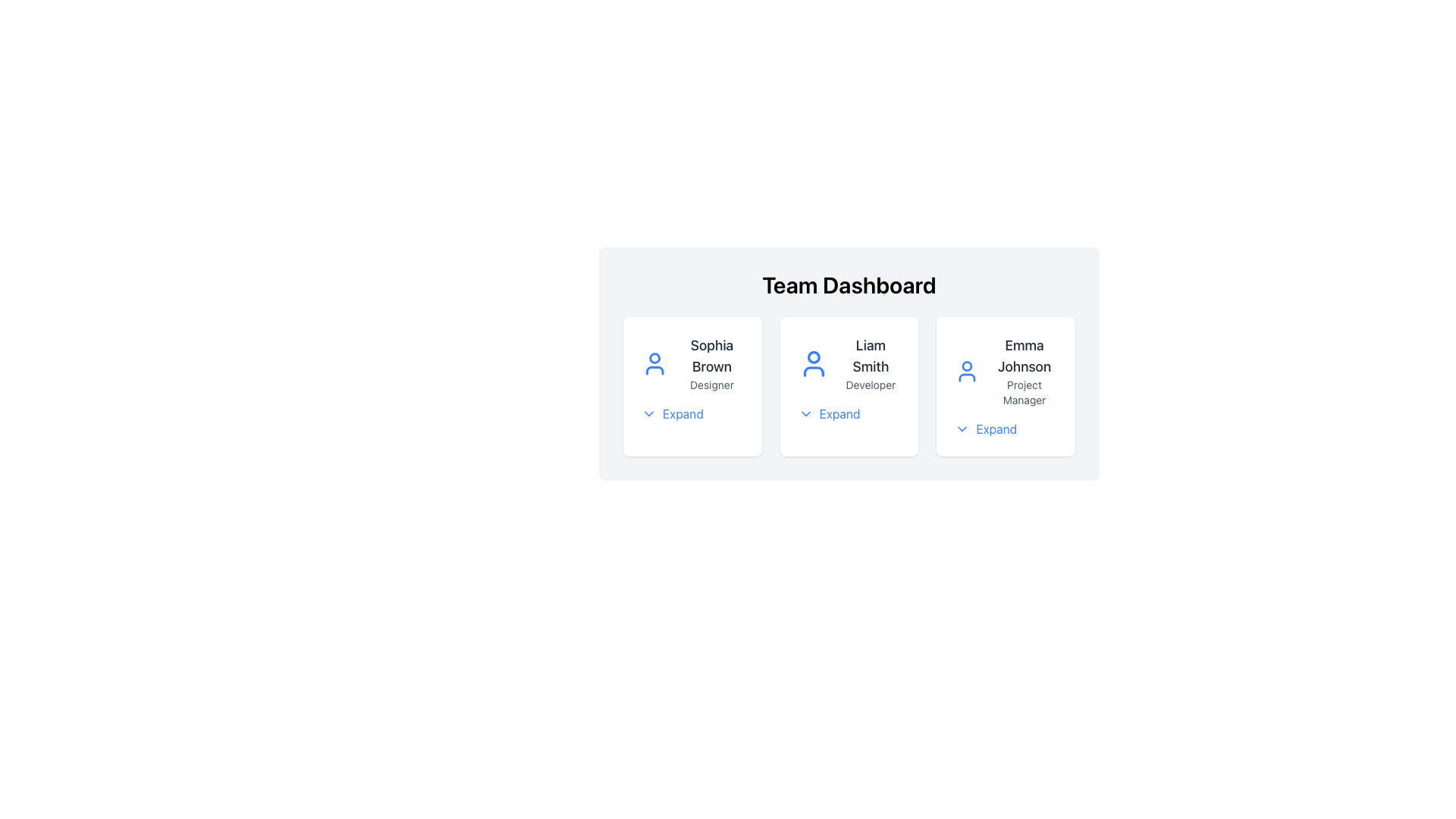  Describe the element at coordinates (871, 363) in the screenshot. I see `the static text displaying a team member's name and role (Developer) located in the second card under the 'Team Dashboard' heading` at that location.